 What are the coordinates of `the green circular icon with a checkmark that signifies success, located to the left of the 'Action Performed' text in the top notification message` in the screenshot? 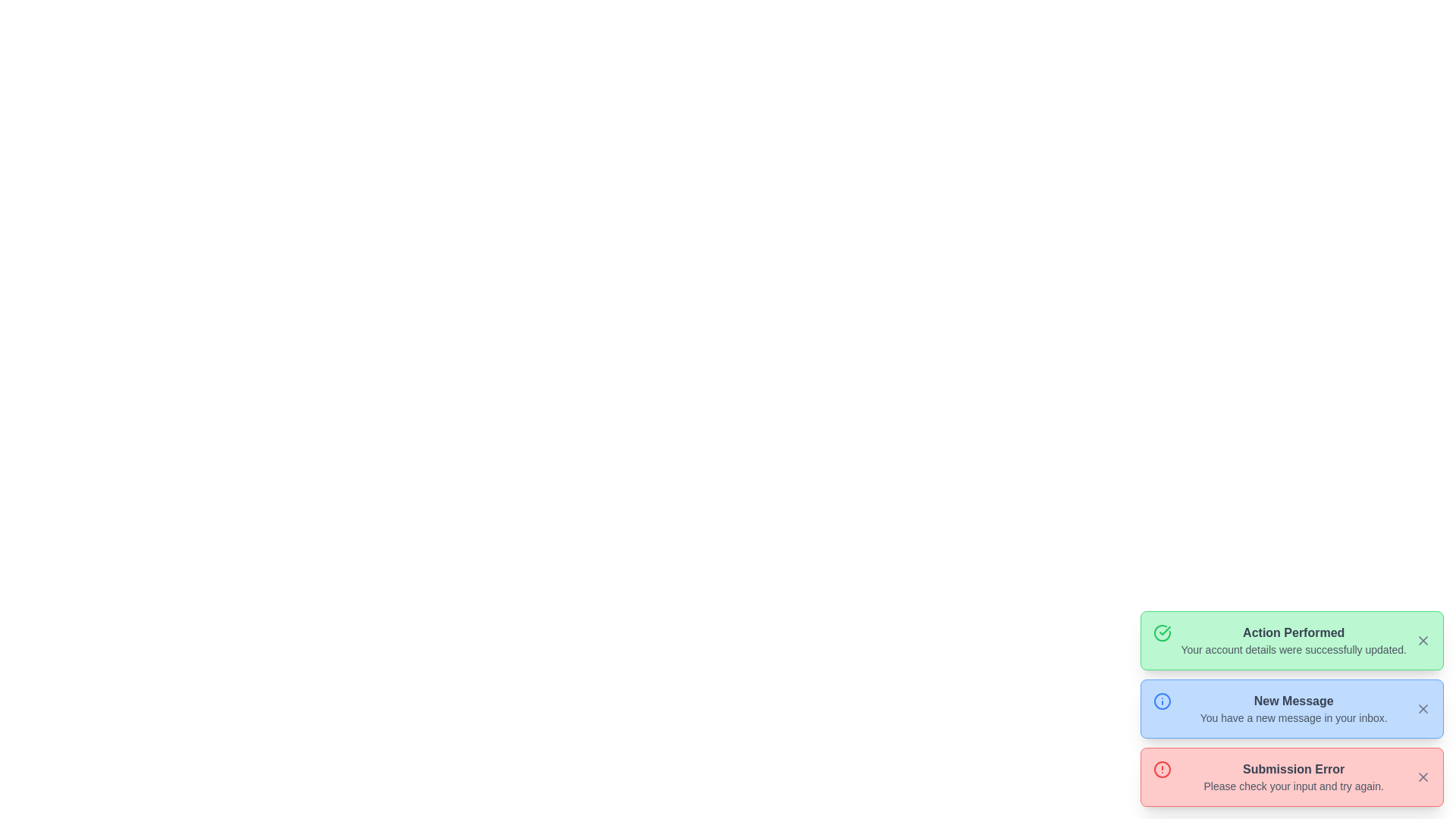 It's located at (1162, 640).